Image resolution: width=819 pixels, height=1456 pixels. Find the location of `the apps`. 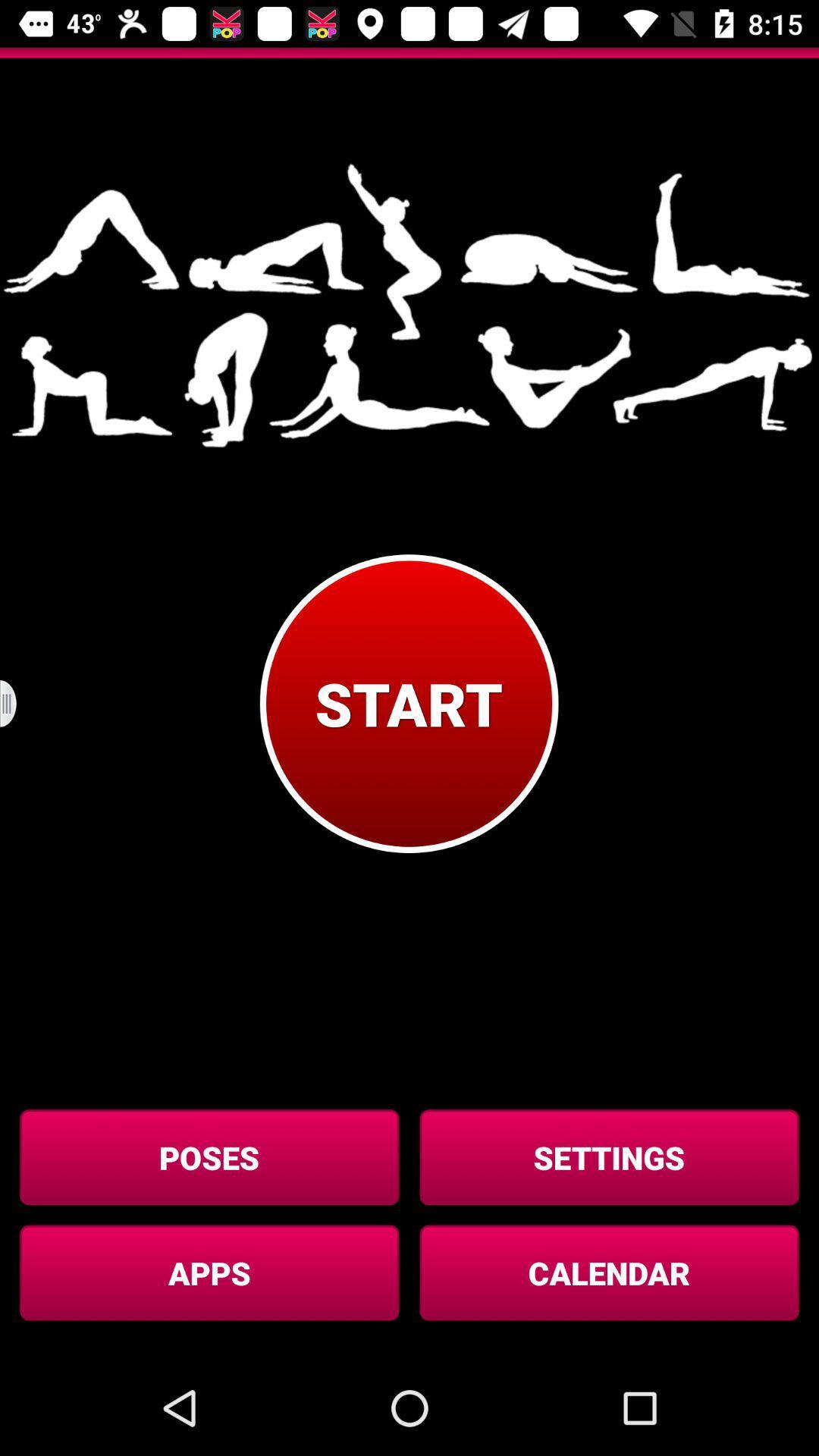

the apps is located at coordinates (209, 1272).